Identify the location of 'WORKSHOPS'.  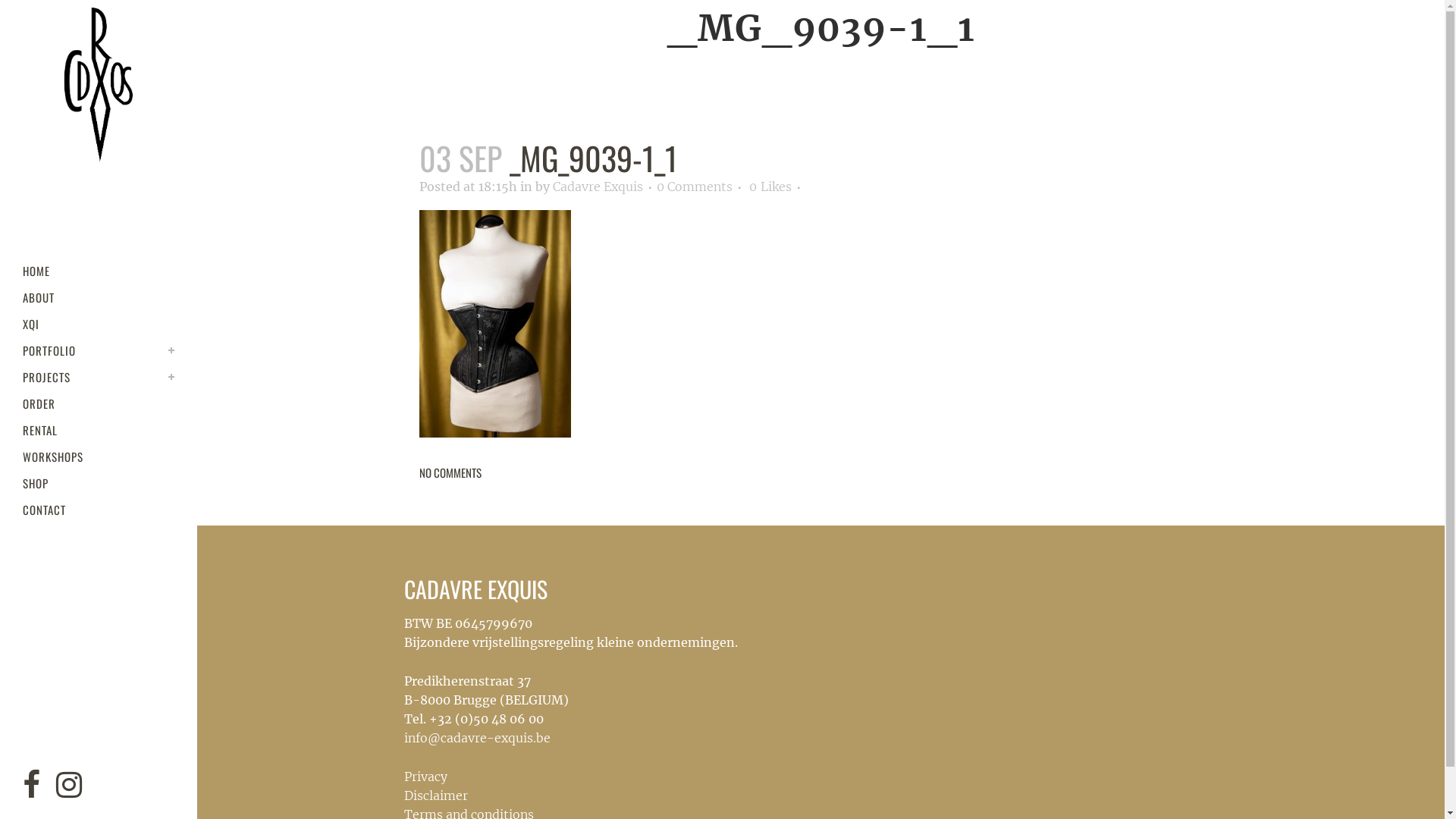
(97, 456).